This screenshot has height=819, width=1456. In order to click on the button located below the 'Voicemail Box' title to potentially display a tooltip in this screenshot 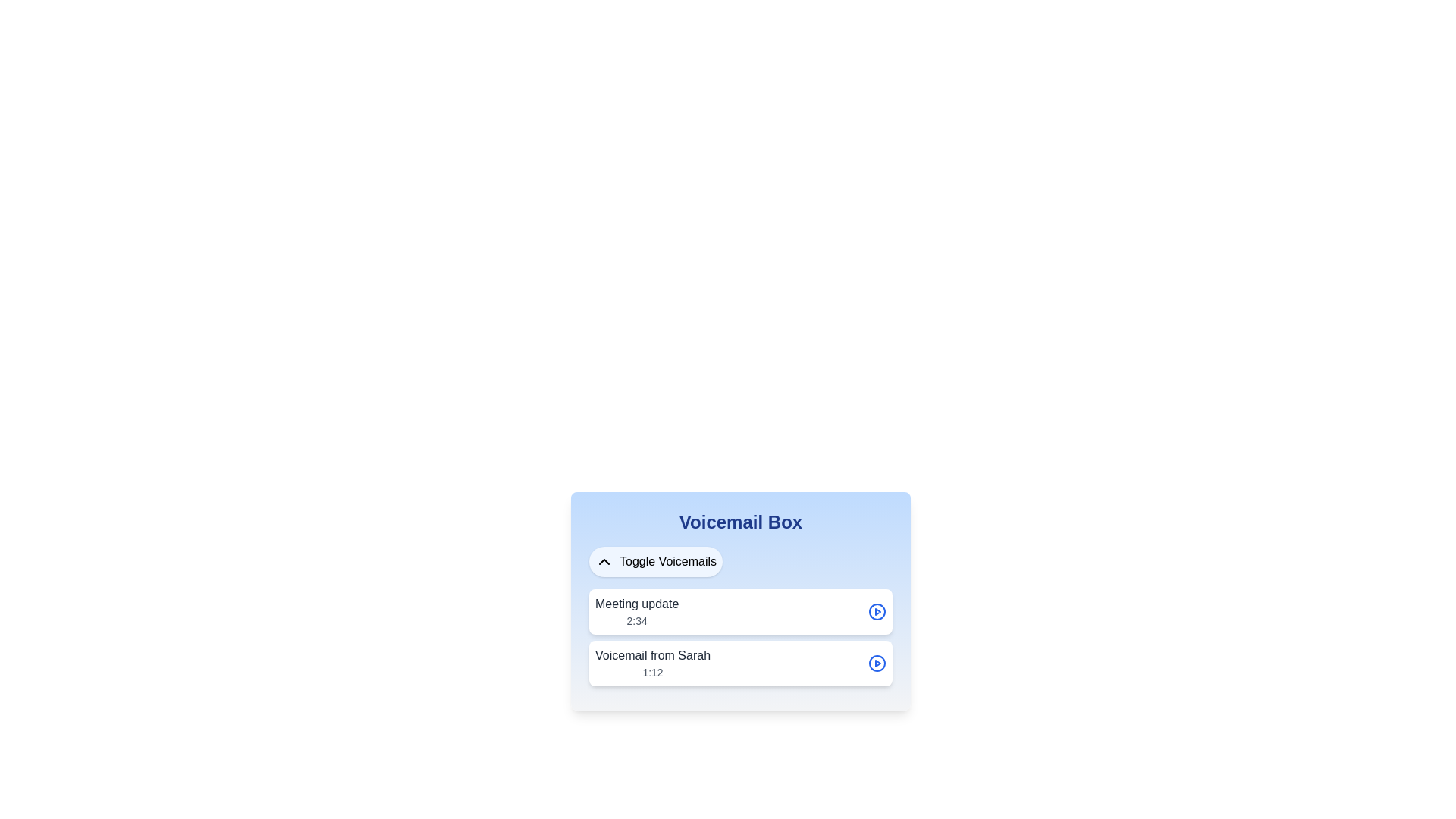, I will do `click(655, 561)`.